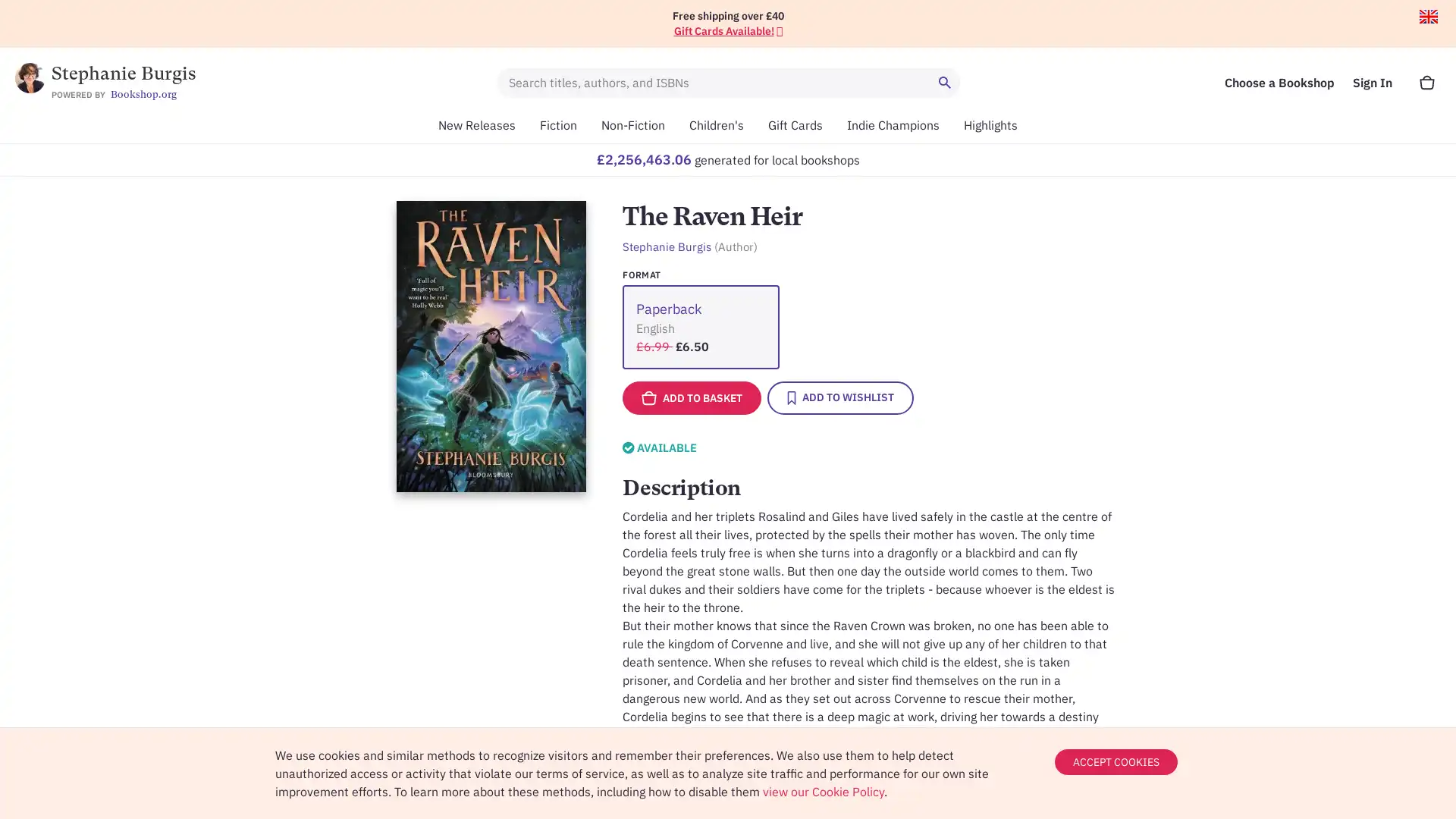 This screenshot has height=819, width=1456. Describe the element at coordinates (1115, 761) in the screenshot. I see `ACCEPT COOKIES` at that location.